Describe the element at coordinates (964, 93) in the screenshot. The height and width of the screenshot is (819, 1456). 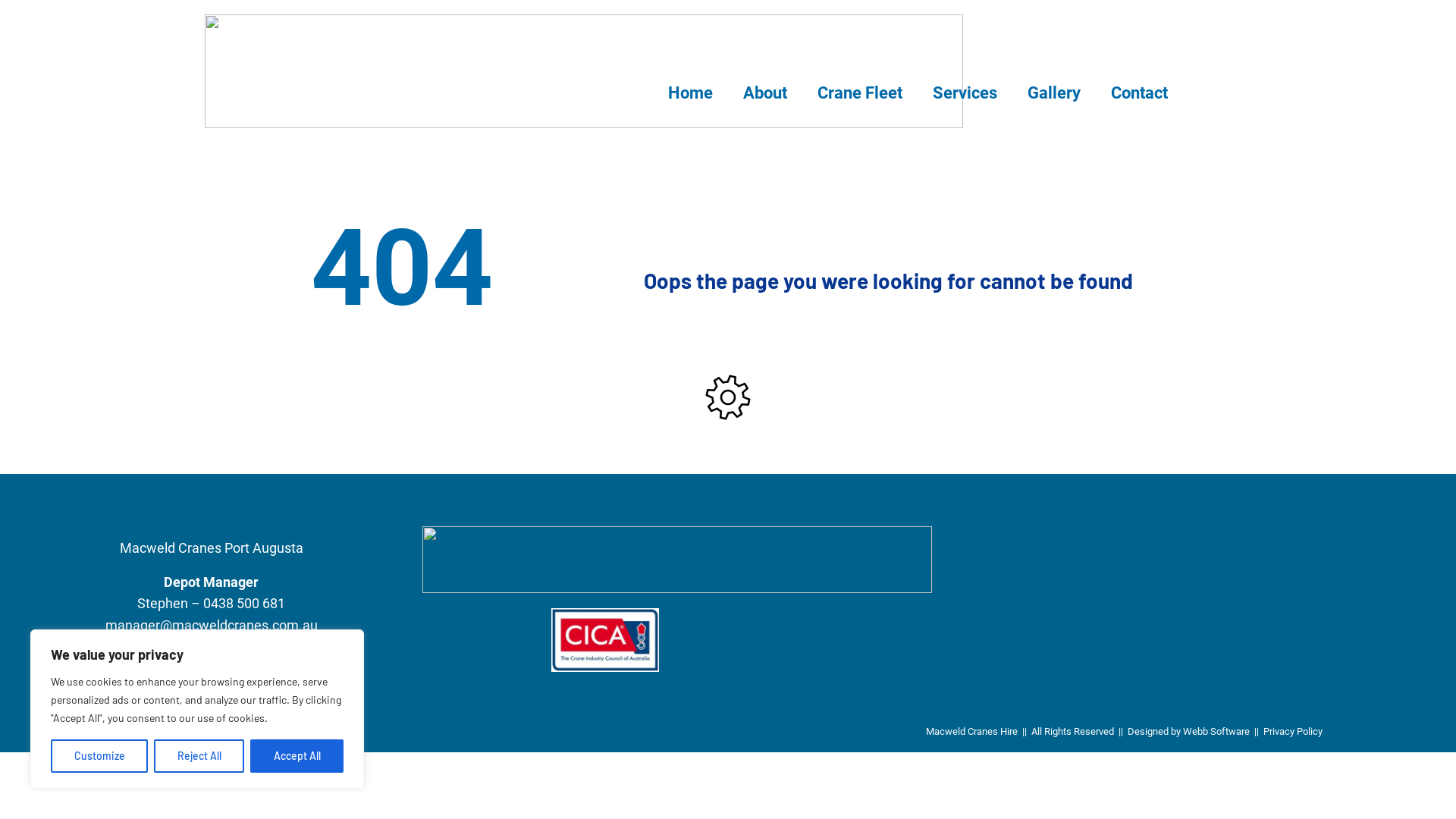
I see `'Services'` at that location.